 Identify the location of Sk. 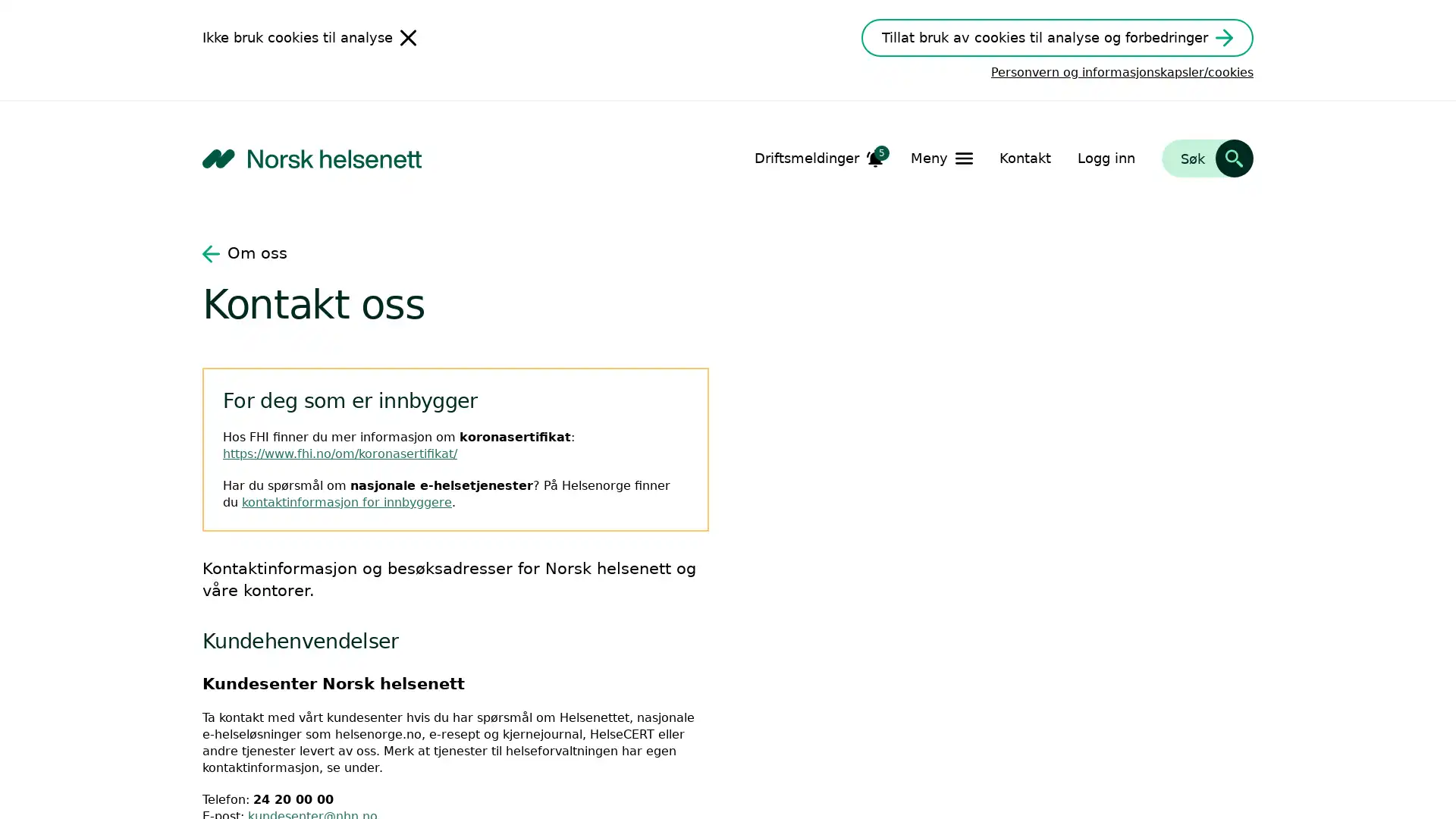
(1234, 158).